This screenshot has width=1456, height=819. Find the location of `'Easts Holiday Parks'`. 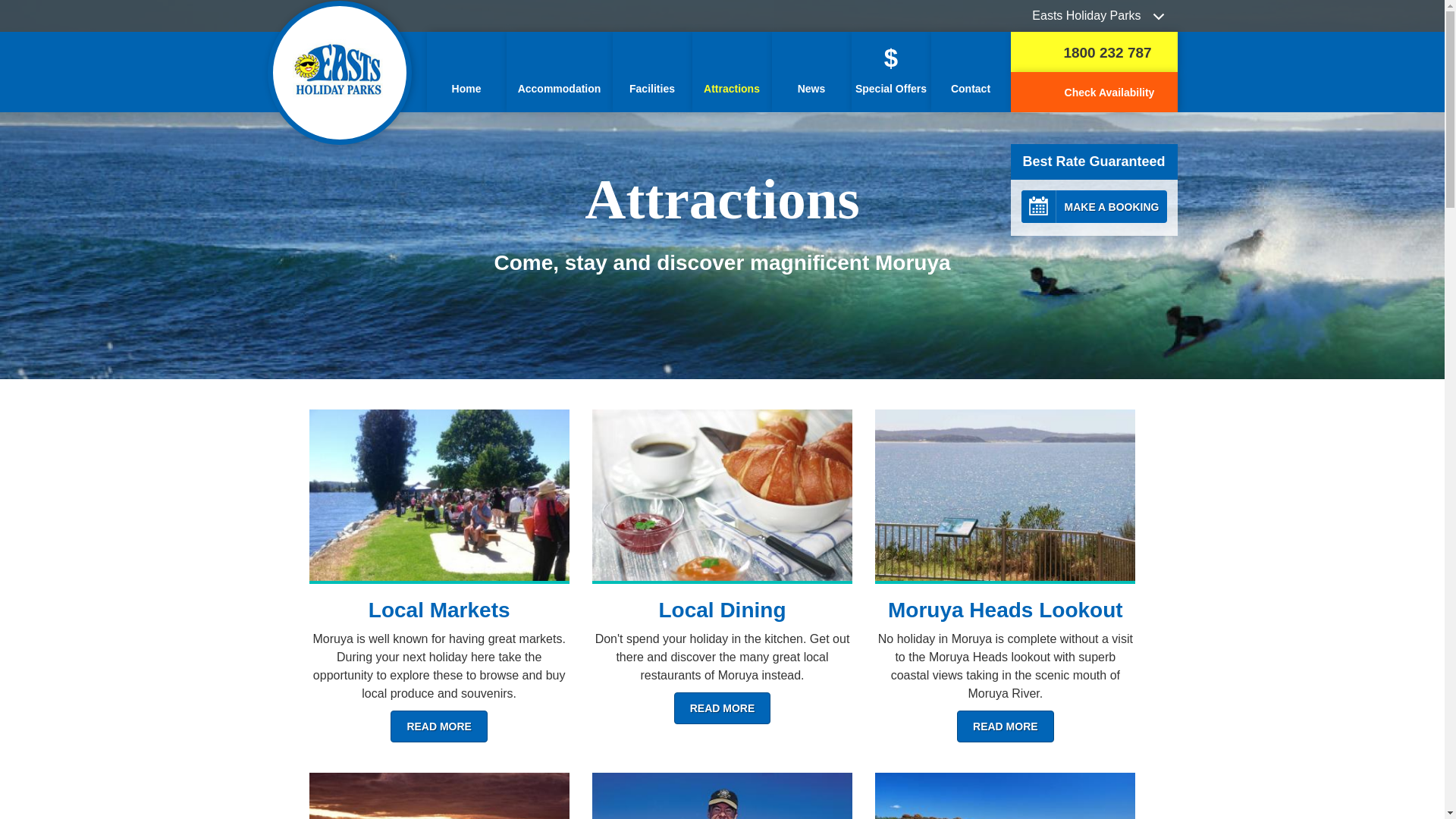

'Easts Holiday Parks' is located at coordinates (1093, 15).